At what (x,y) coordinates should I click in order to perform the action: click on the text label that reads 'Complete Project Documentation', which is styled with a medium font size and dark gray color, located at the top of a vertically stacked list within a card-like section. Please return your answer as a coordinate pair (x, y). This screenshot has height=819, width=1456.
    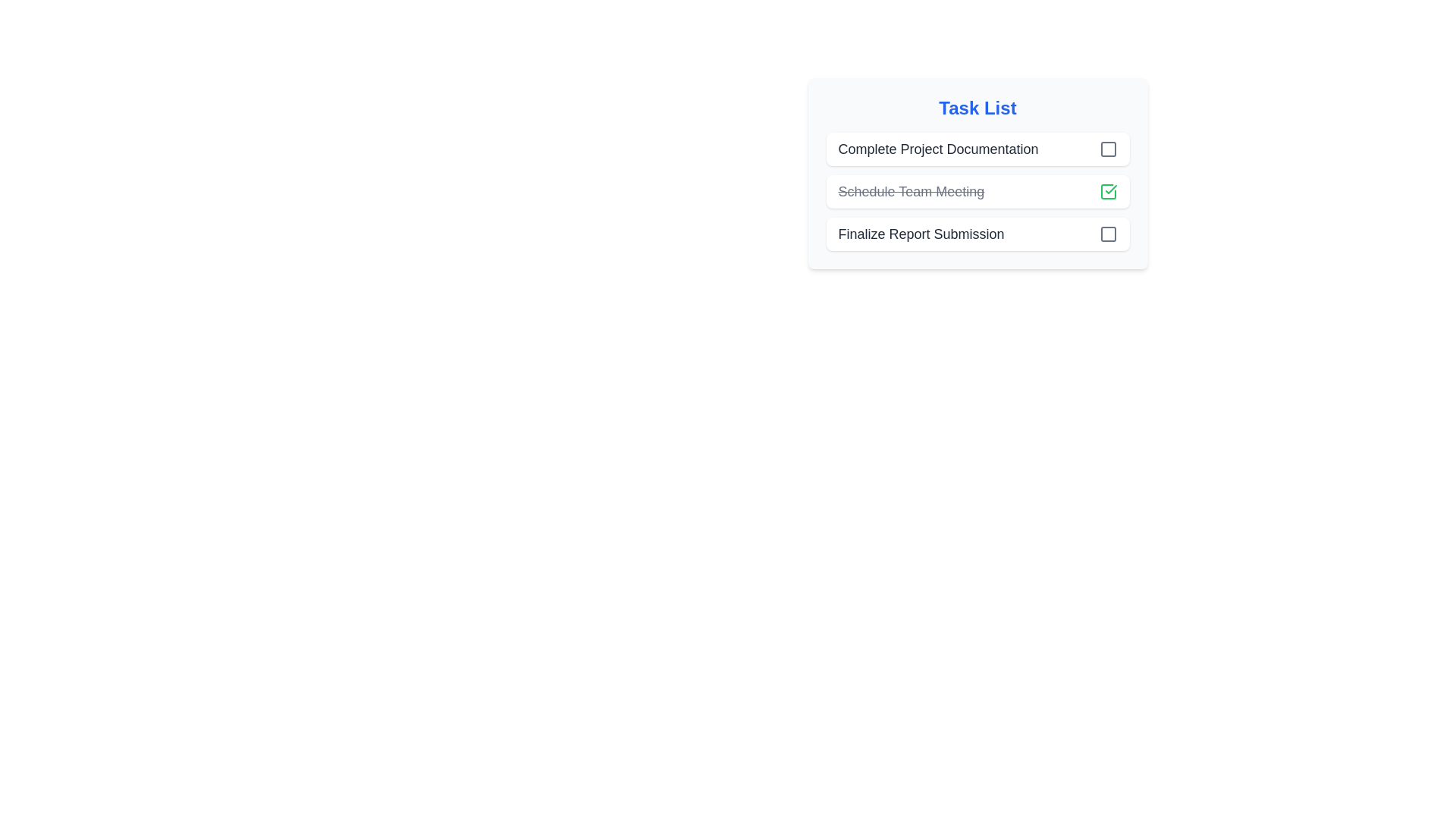
    Looking at the image, I should click on (937, 149).